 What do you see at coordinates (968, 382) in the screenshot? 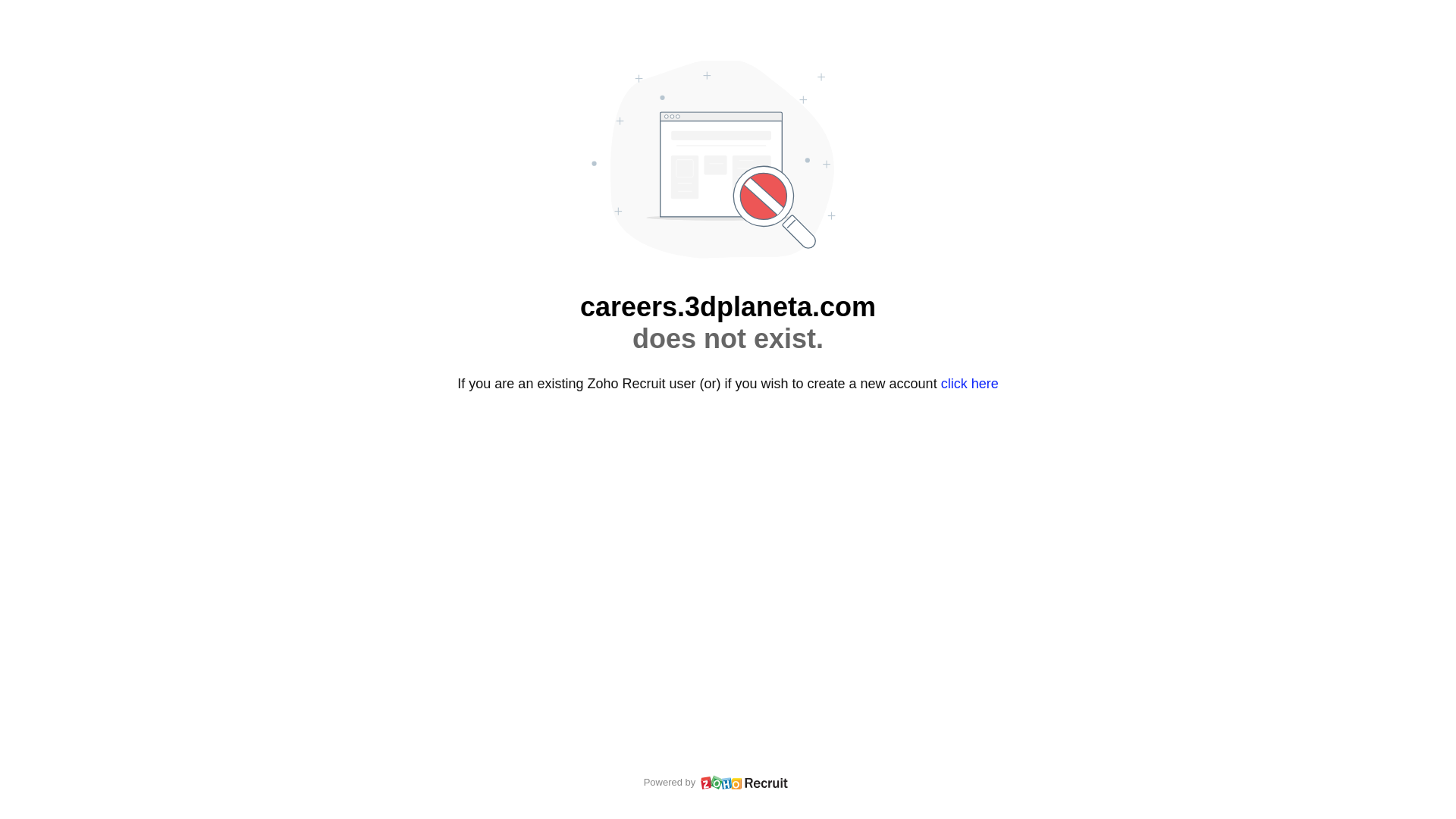
I see `'click here'` at bounding box center [968, 382].